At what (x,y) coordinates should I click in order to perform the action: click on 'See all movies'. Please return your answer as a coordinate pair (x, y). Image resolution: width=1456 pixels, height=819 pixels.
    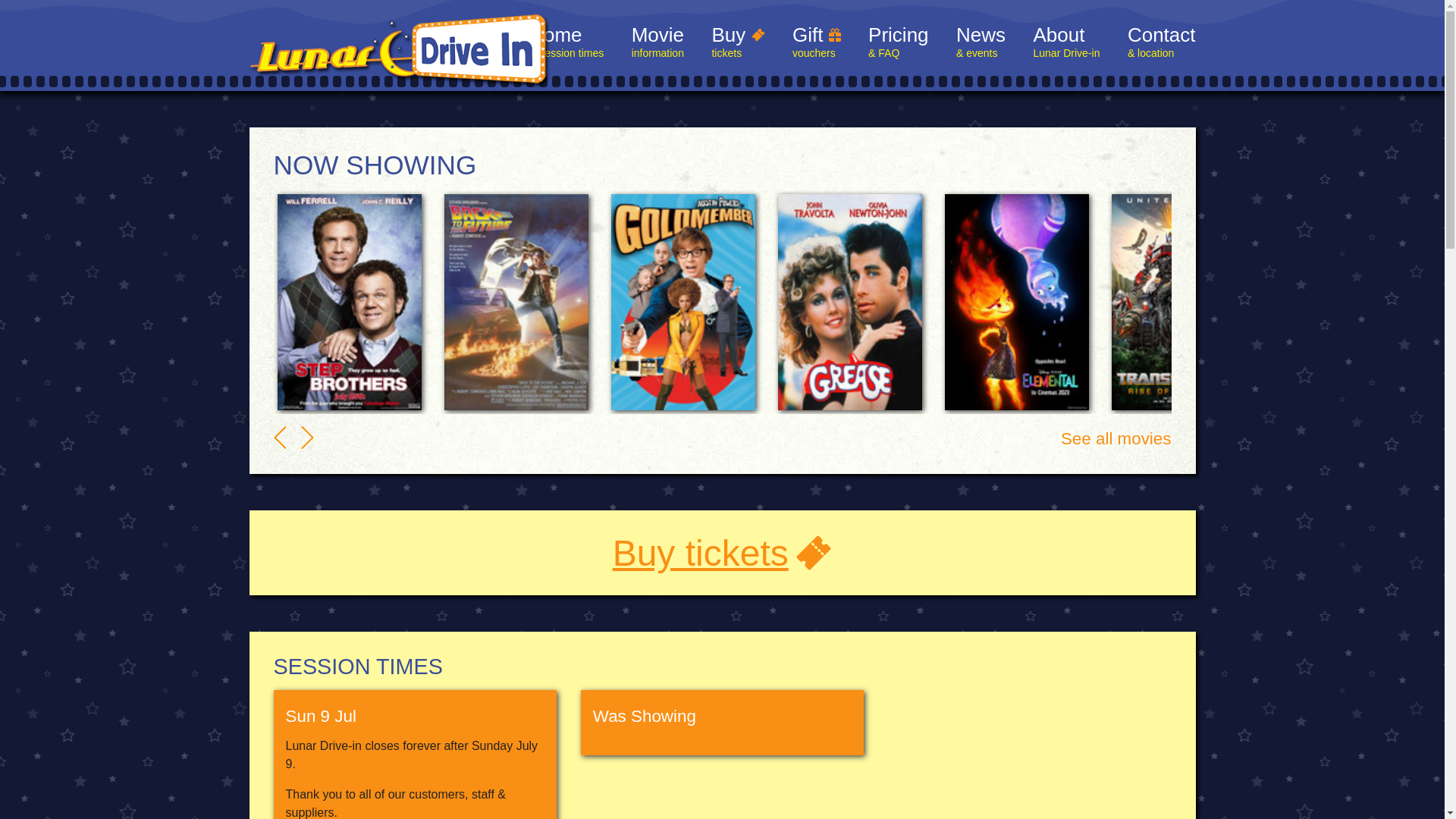
    Looking at the image, I should click on (1116, 438).